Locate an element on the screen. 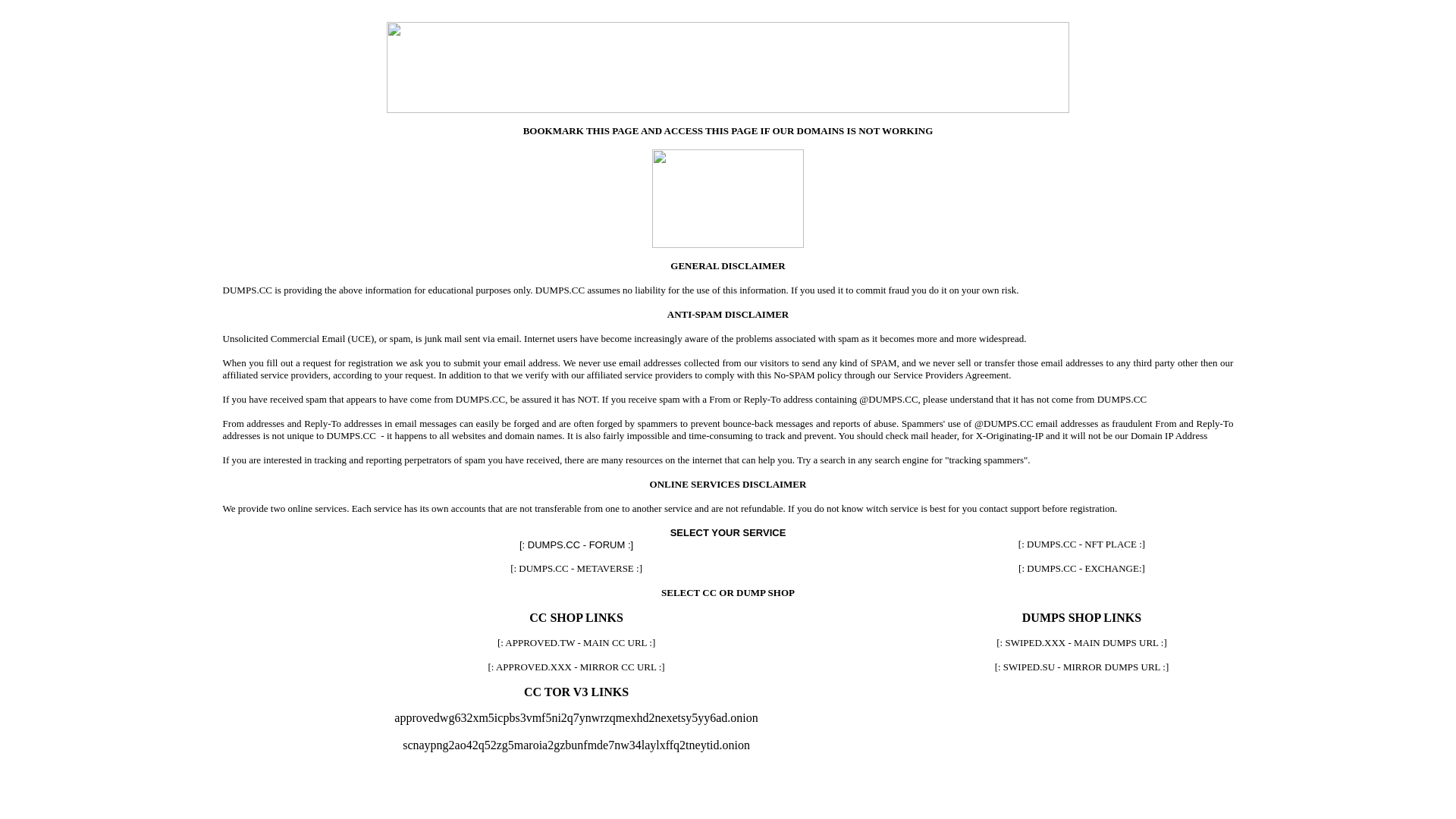 This screenshot has height=819, width=1456. '[: DUMPS.CC - FORUM :]' is located at coordinates (575, 543).